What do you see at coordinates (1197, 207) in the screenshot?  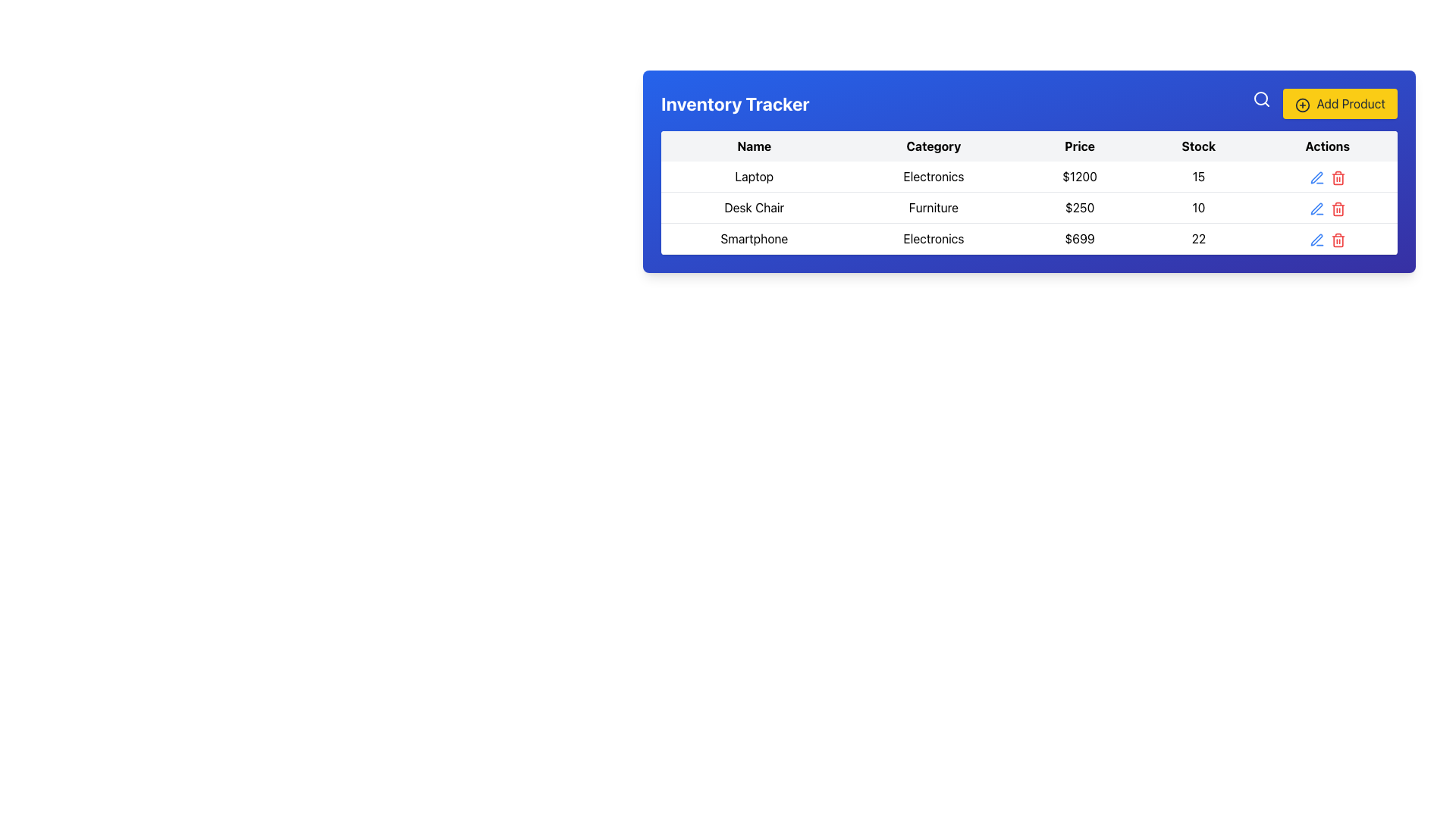 I see `the text element displaying the number '10' in the 'Stock' column of the 'Desk Chair' row in the table, which is positioned between the 'Price' column and the 'Actions' column` at bounding box center [1197, 207].